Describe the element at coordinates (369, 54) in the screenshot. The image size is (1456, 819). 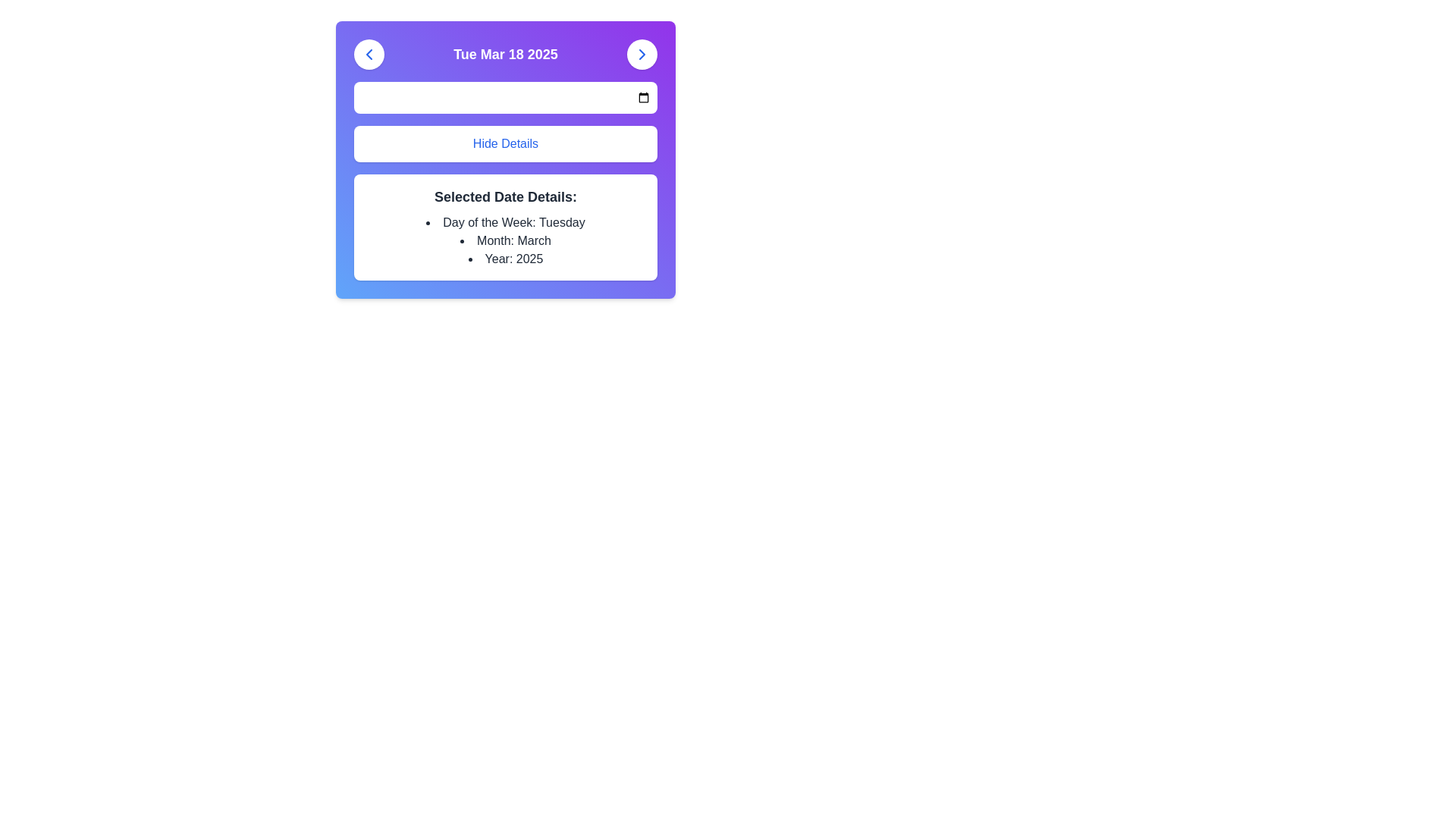
I see `the button located on the left side of the header section, preceding the text 'Tue Mar 18 2025'` at that location.